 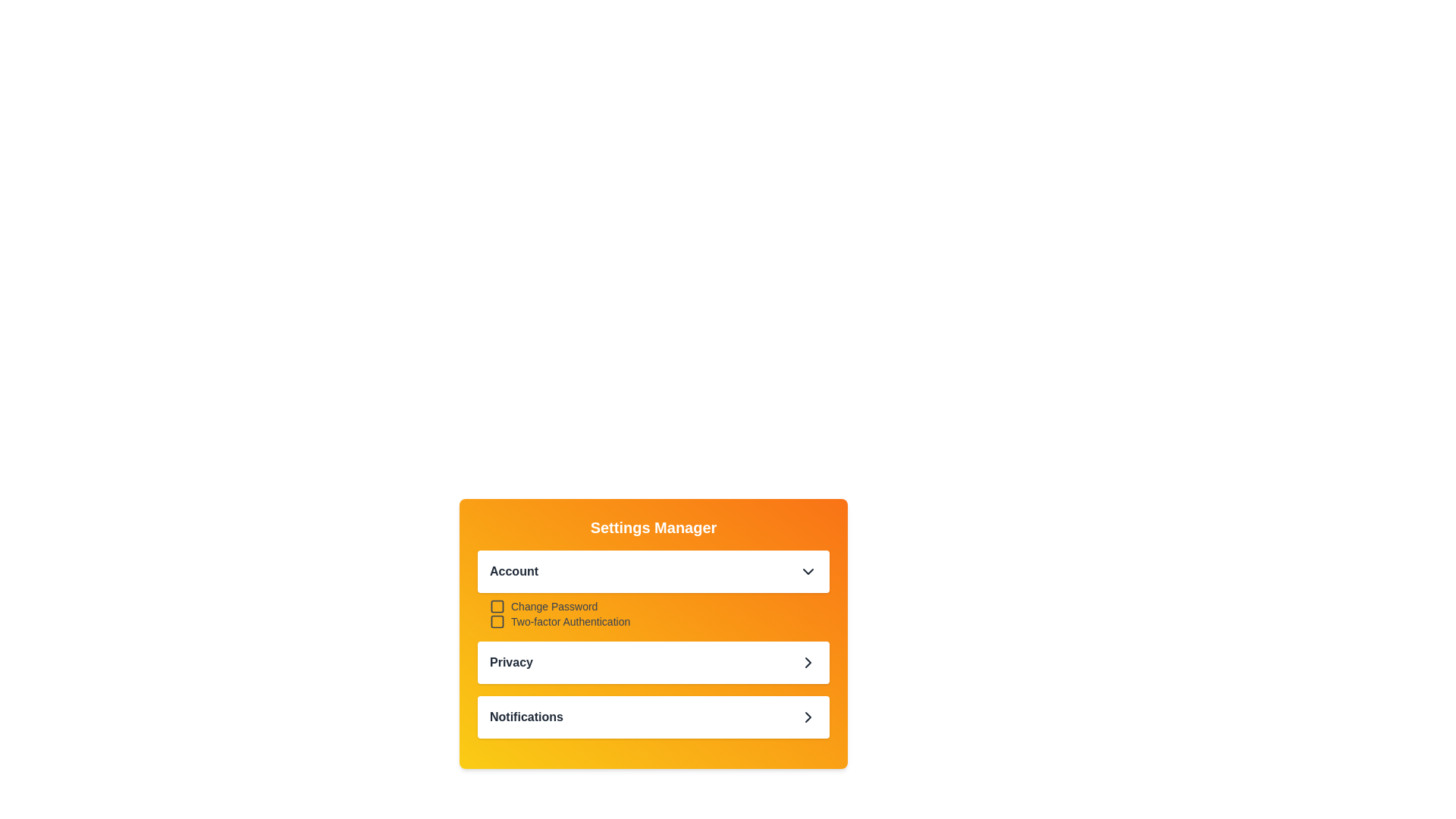 I want to click on the right-pointing chevron icon located at the far-right side of the 'Privacy' section in the Settings Manager interface, so click(x=807, y=662).